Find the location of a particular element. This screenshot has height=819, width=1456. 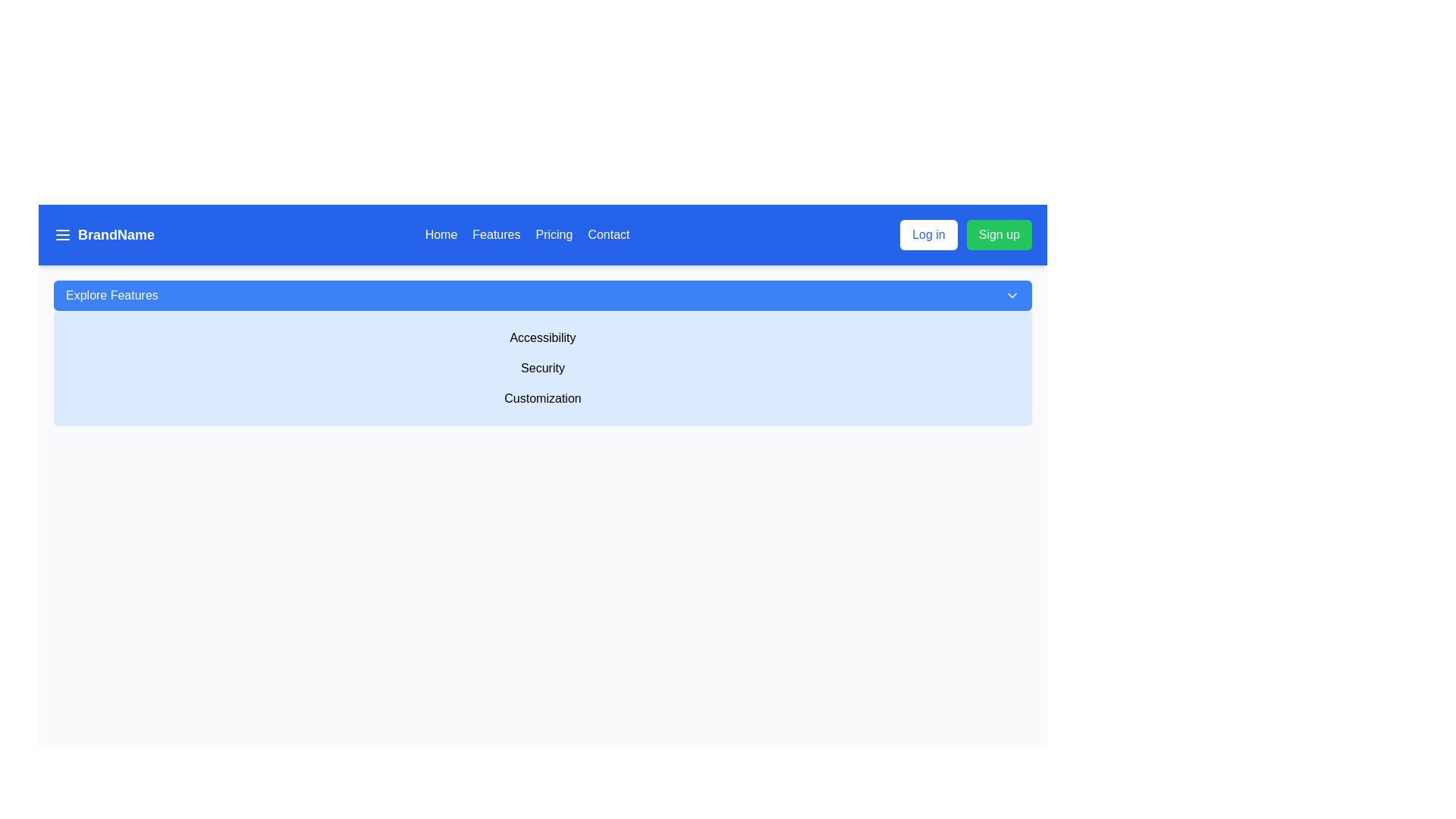

the 'Customization' text label, which is the last element in a vertical list and located below the 'Security' element is located at coordinates (542, 397).